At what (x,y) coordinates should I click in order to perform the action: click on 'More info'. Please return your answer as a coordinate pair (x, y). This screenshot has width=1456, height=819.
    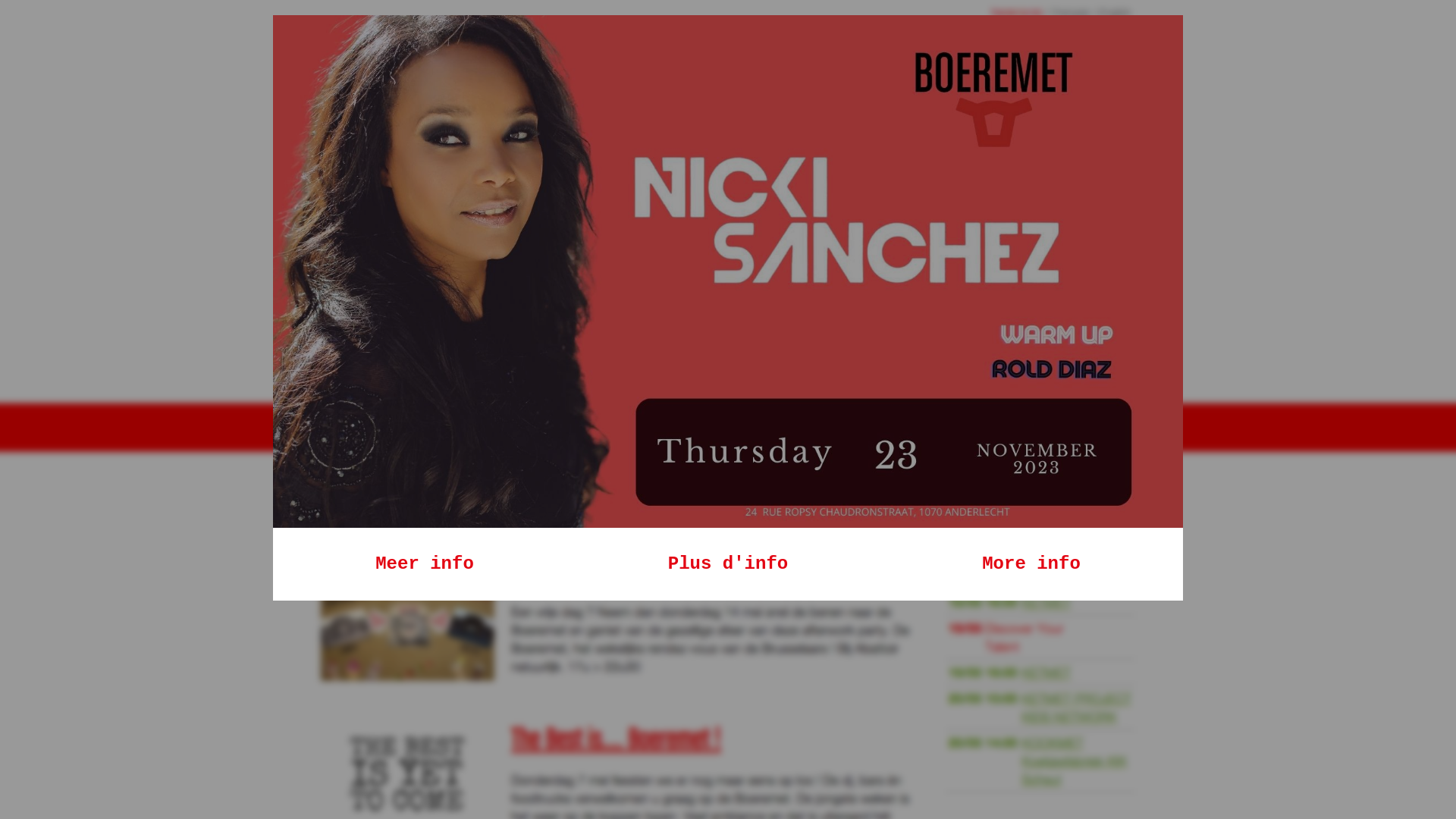
    Looking at the image, I should click on (1031, 563).